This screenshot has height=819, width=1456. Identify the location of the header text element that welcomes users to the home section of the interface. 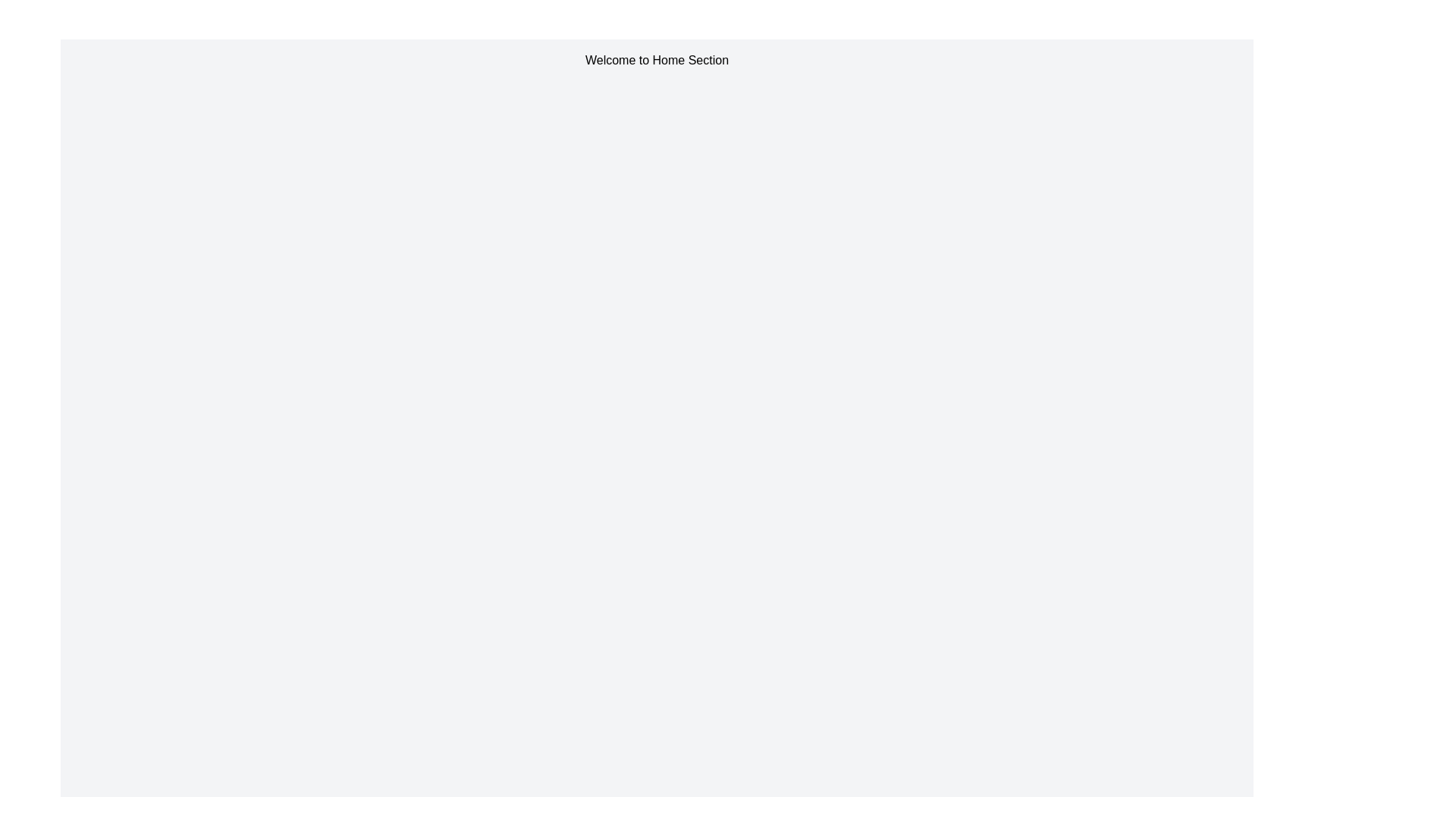
(657, 60).